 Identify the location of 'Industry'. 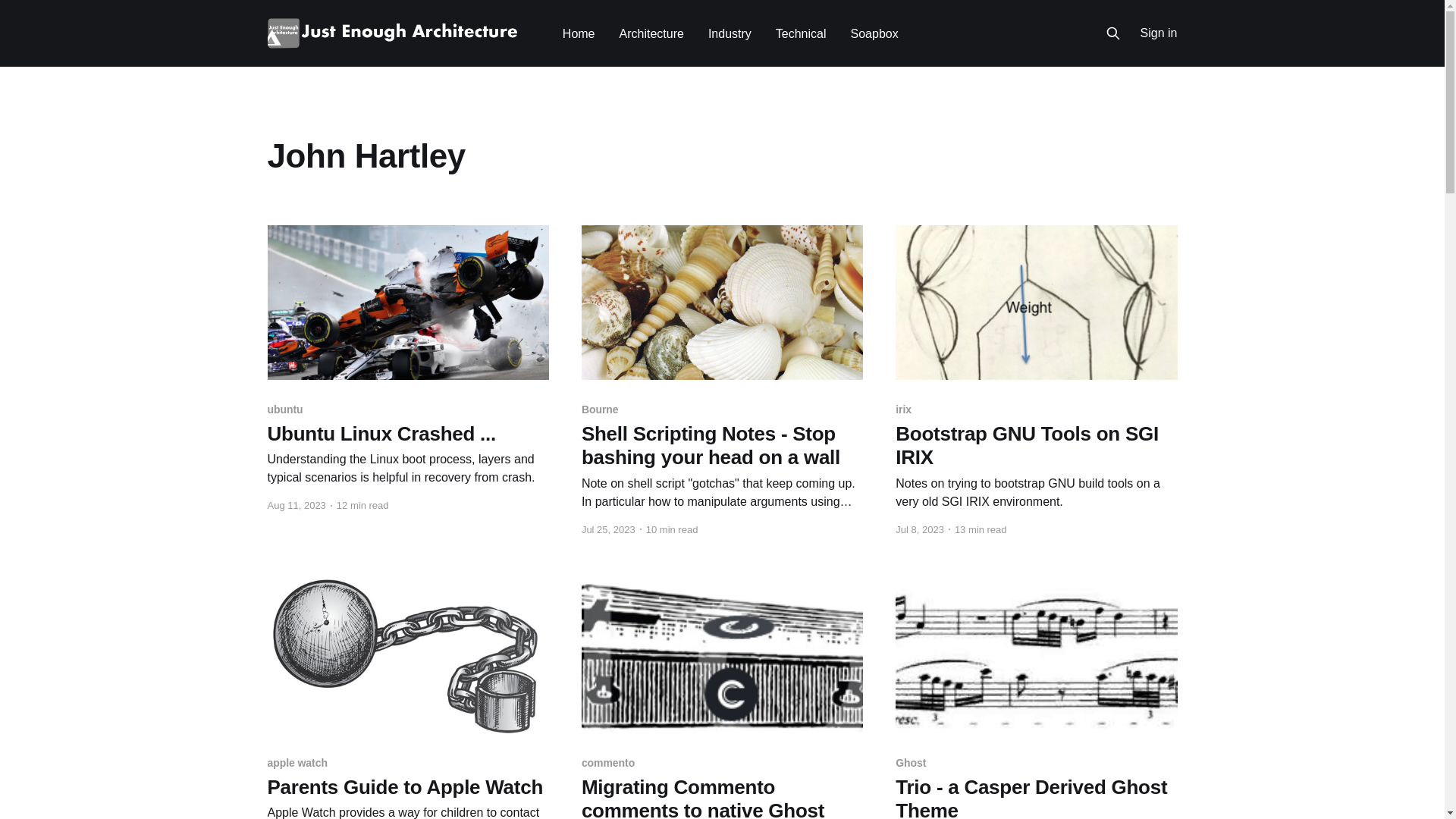
(730, 33).